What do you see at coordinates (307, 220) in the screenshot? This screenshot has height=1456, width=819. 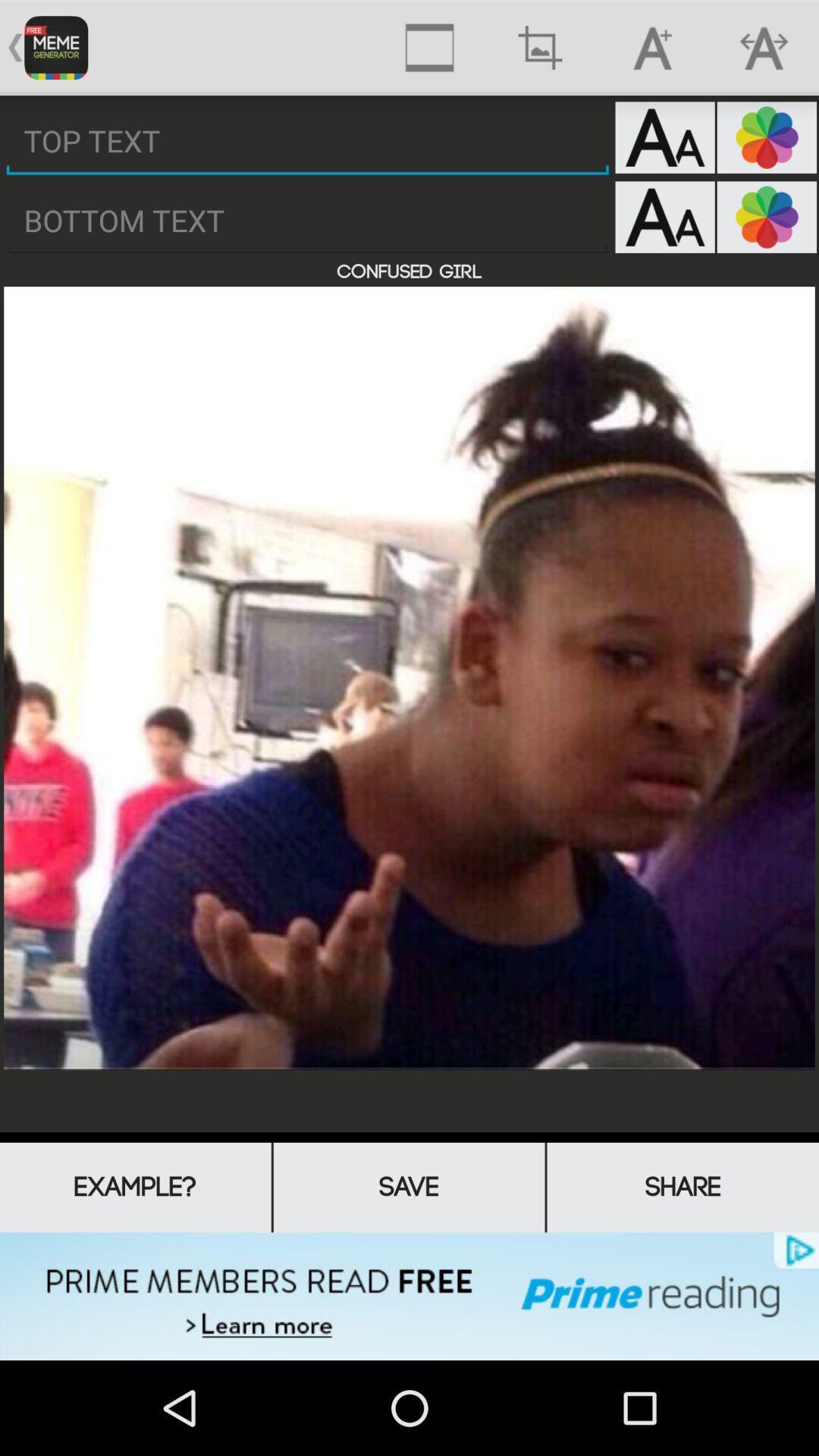 I see `bottom text` at bounding box center [307, 220].